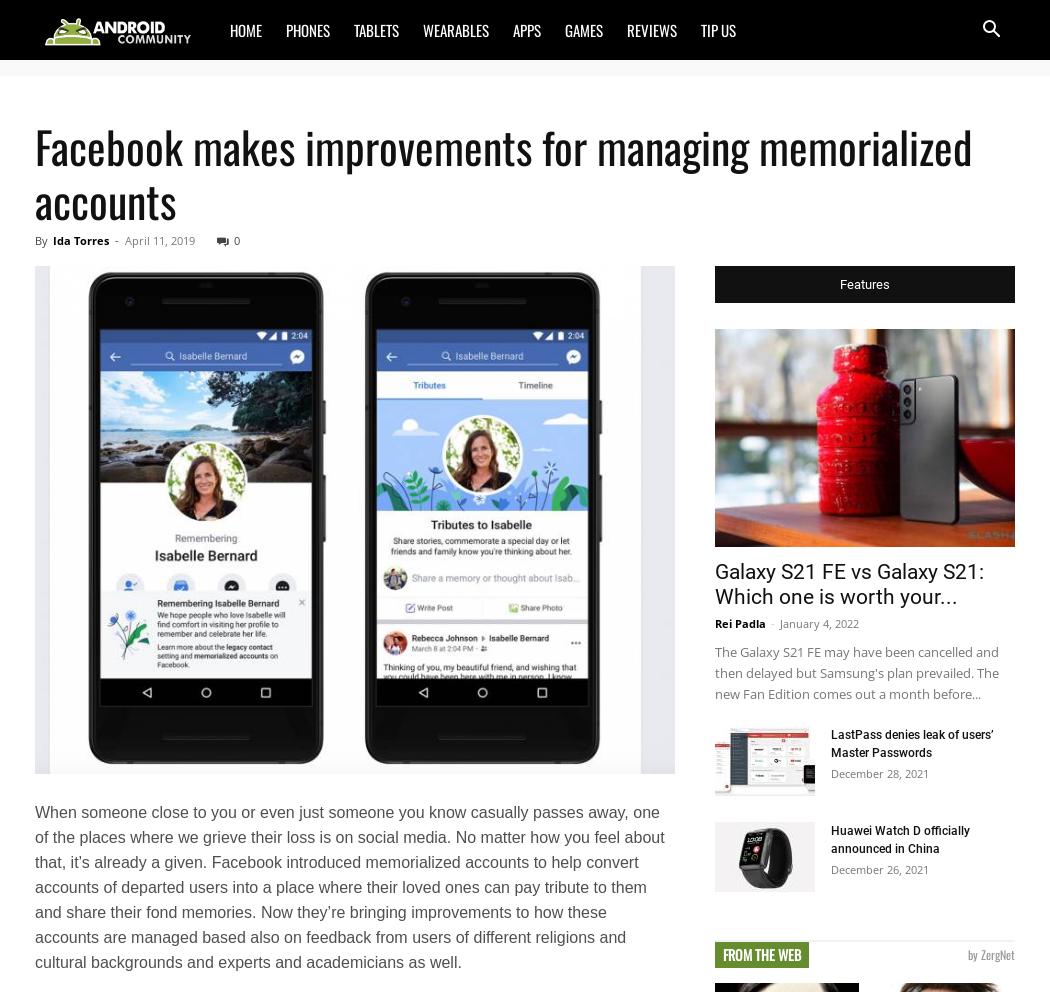  What do you see at coordinates (160, 240) in the screenshot?
I see `'April 11, 2019'` at bounding box center [160, 240].